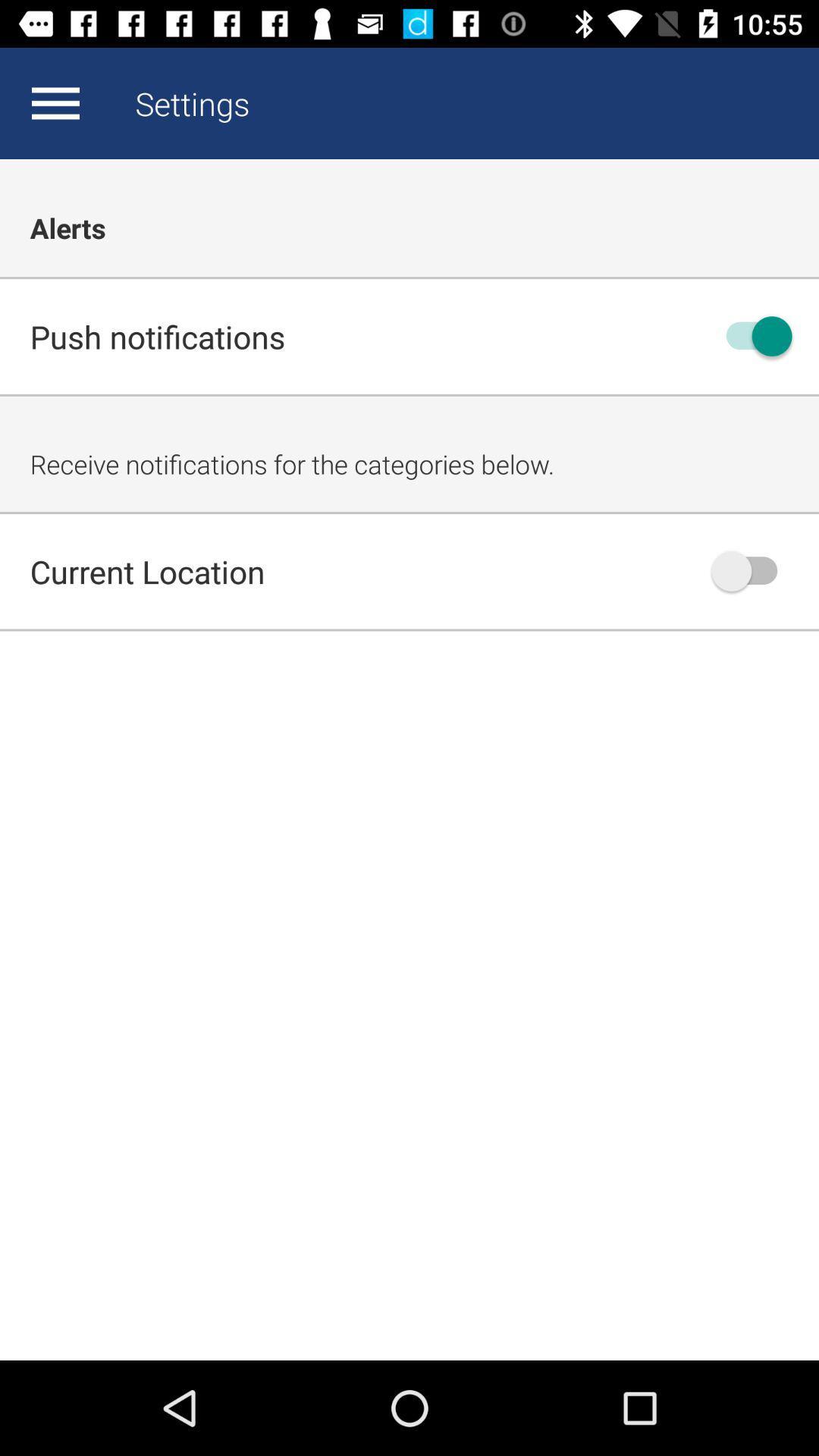 The height and width of the screenshot is (1456, 819). What do you see at coordinates (752, 570) in the screenshot?
I see `enable current location` at bounding box center [752, 570].